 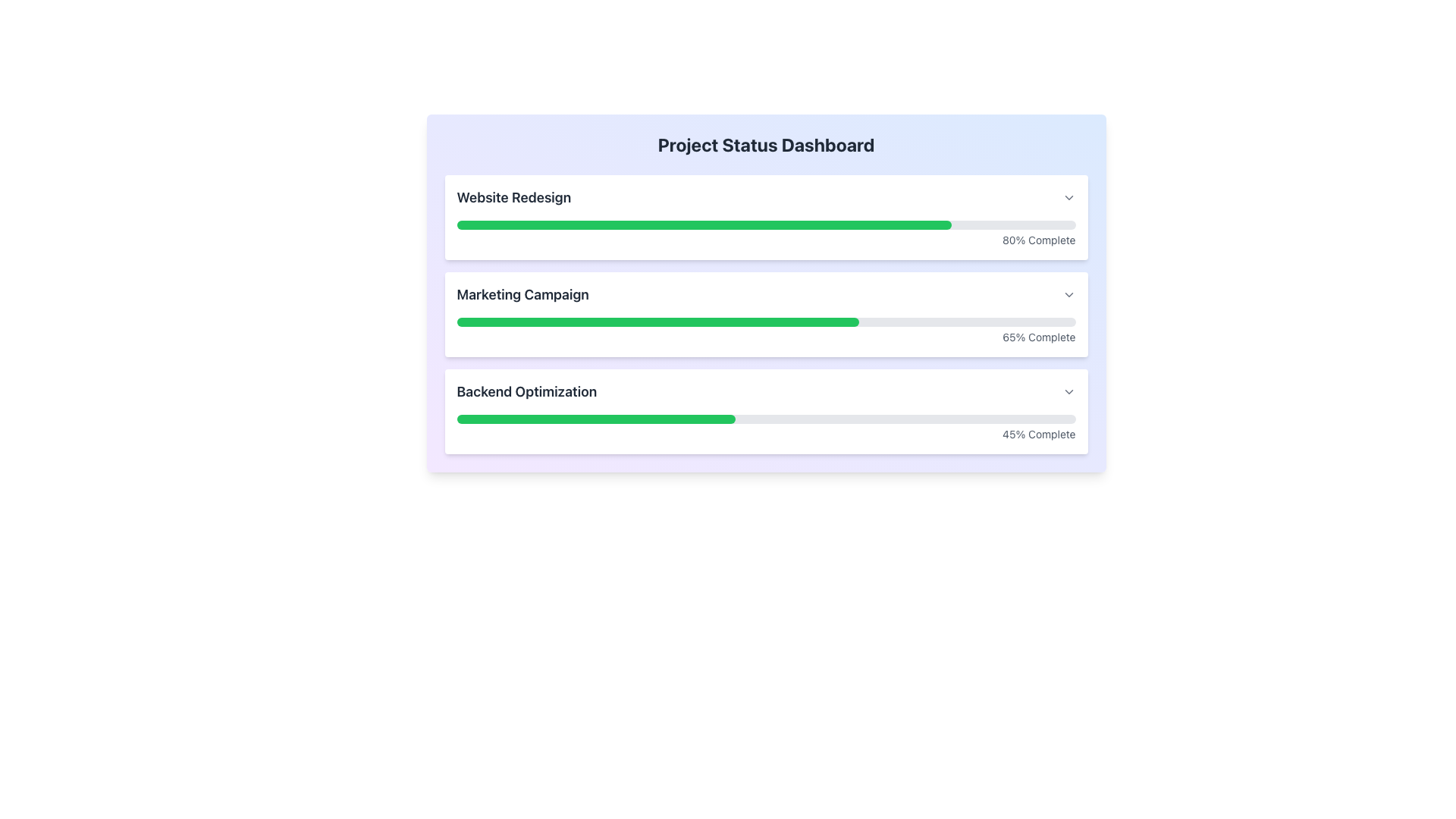 What do you see at coordinates (1068, 295) in the screenshot?
I see `the Dropdown arrow icon located at the far-right end of the 'Marketing Campaign' section to change its shade` at bounding box center [1068, 295].